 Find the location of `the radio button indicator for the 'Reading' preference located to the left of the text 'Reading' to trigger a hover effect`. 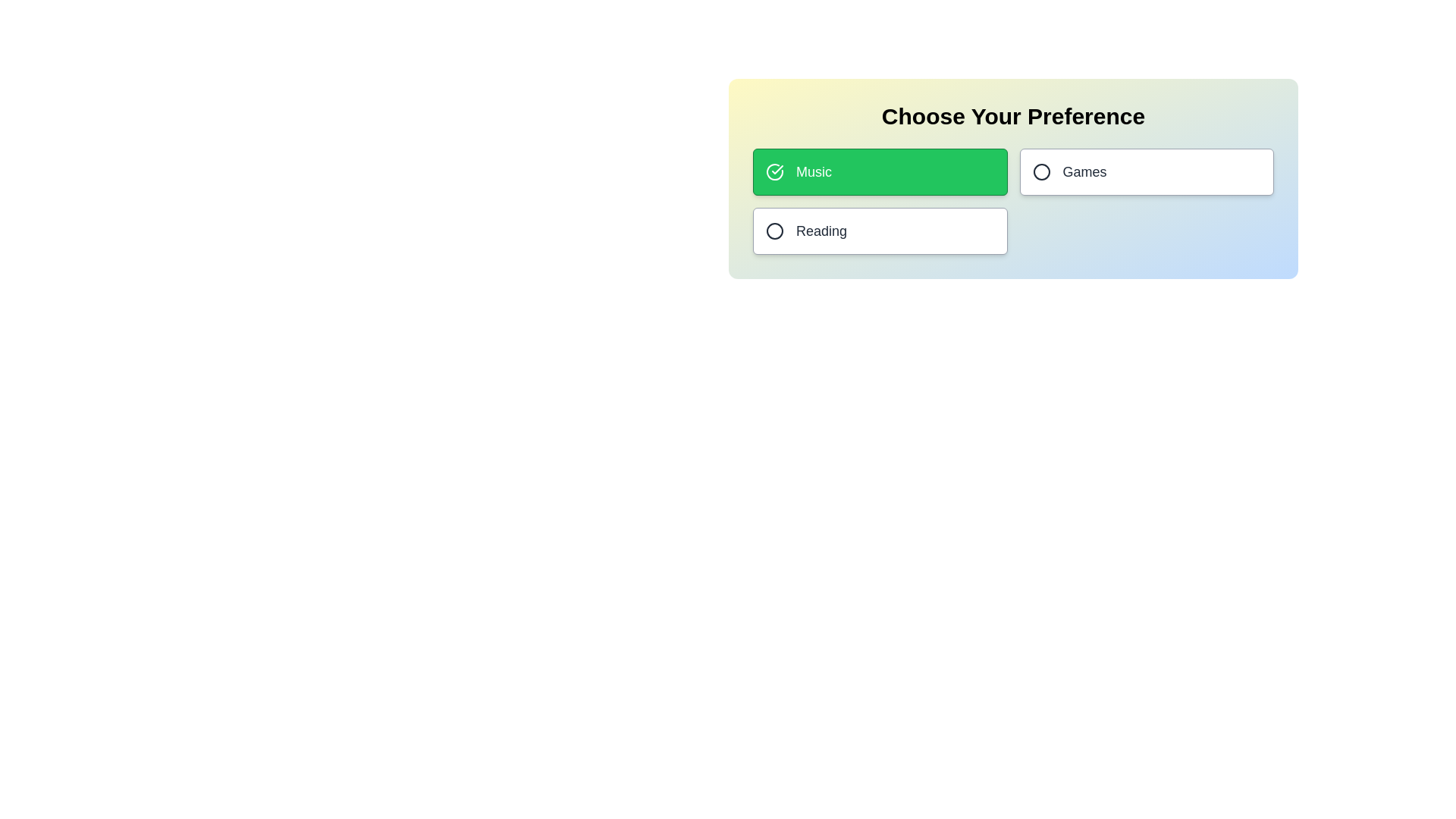

the radio button indicator for the 'Reading' preference located to the left of the text 'Reading' to trigger a hover effect is located at coordinates (775, 231).